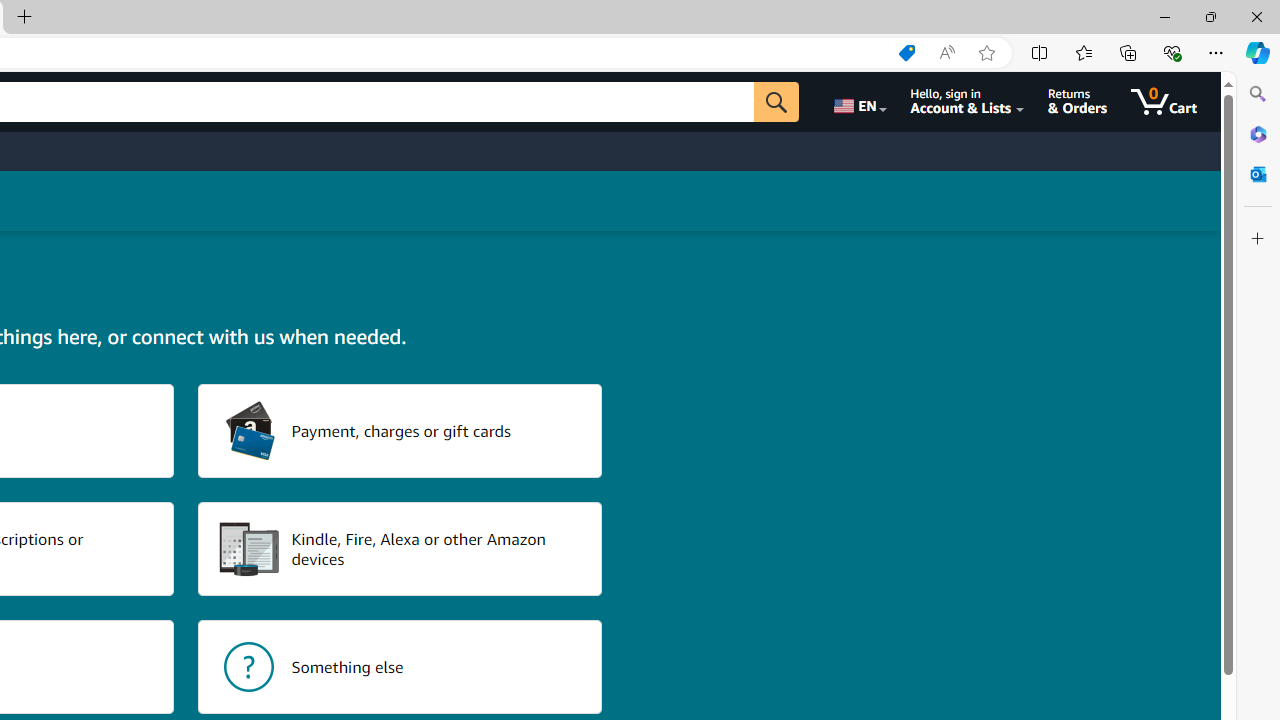  What do you see at coordinates (858, 101) in the screenshot?
I see `'Choose a language for shopping.'` at bounding box center [858, 101].